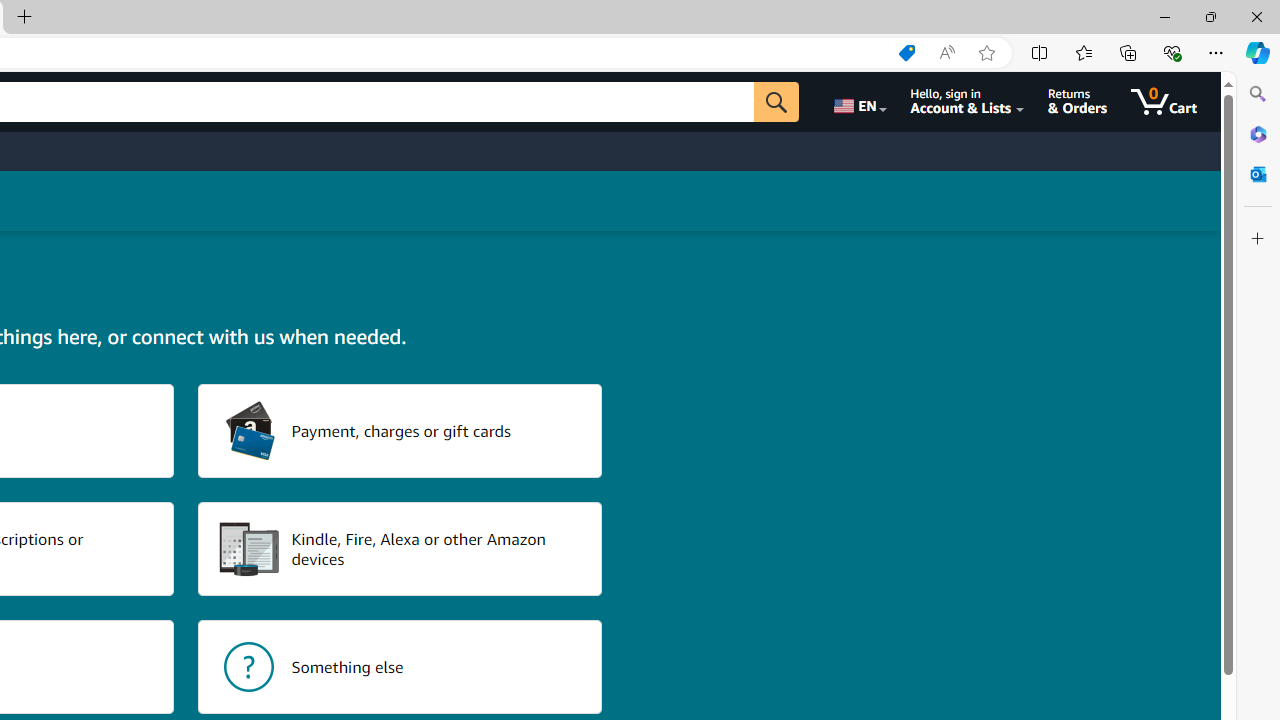  What do you see at coordinates (858, 101) in the screenshot?
I see `'Choose a language for shopping.'` at bounding box center [858, 101].